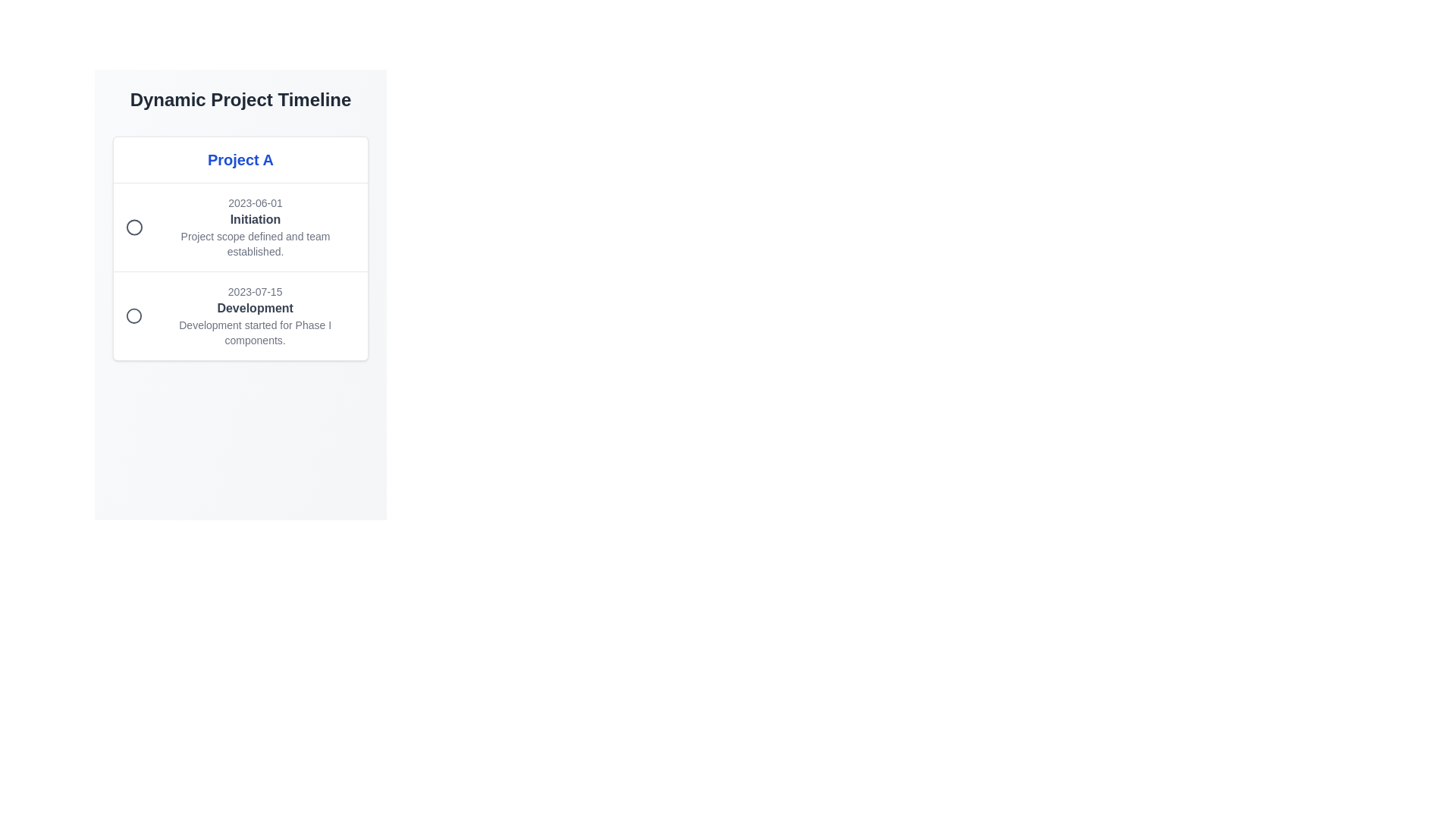  Describe the element at coordinates (255, 227) in the screenshot. I see `the non-interactive text block displaying the timeline item for 'Initiation', located centrally below the title 'Project A'` at that location.